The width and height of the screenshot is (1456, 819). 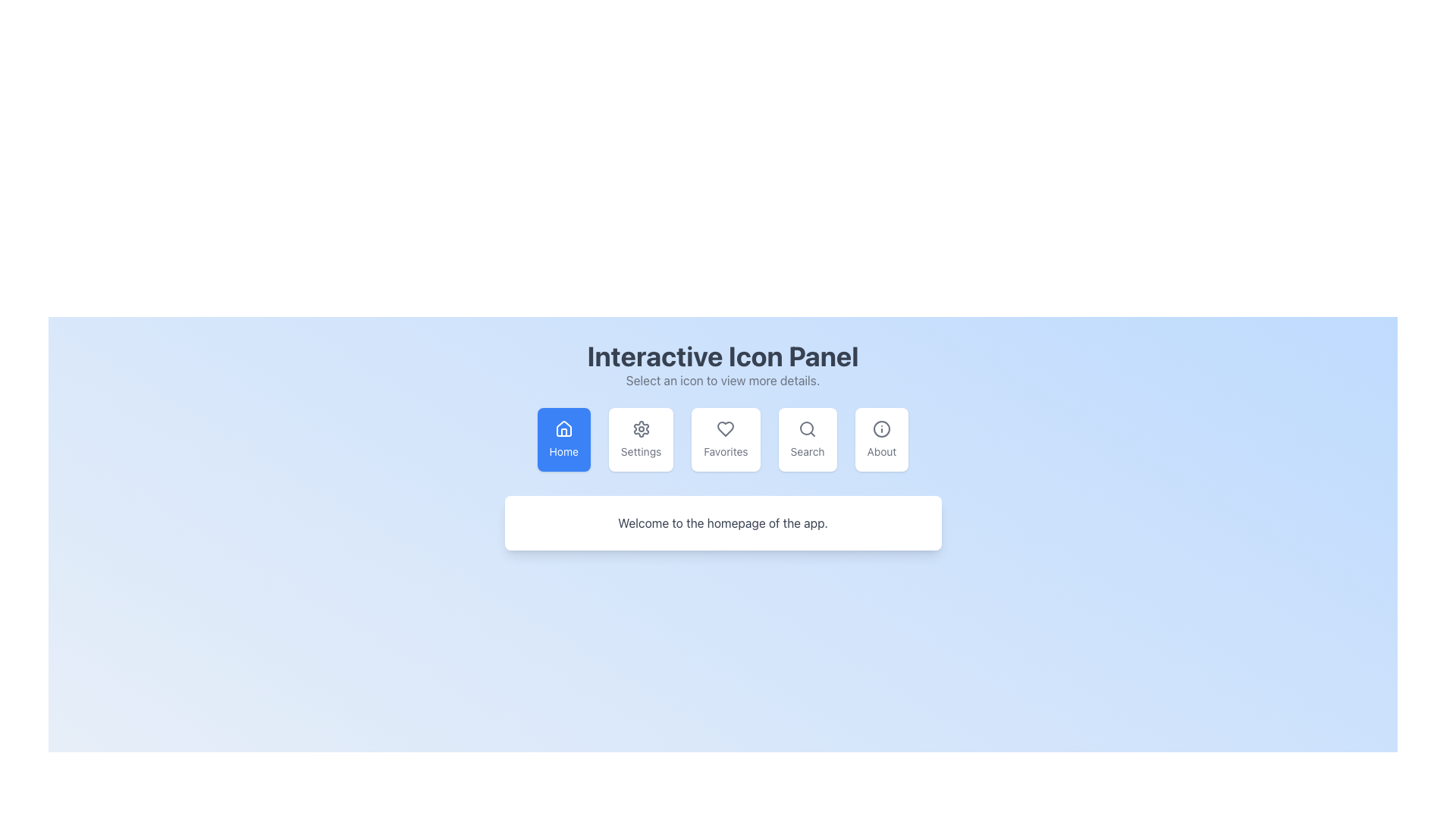 What do you see at coordinates (722, 379) in the screenshot?
I see `the static text reading 'Select an icon` at bounding box center [722, 379].